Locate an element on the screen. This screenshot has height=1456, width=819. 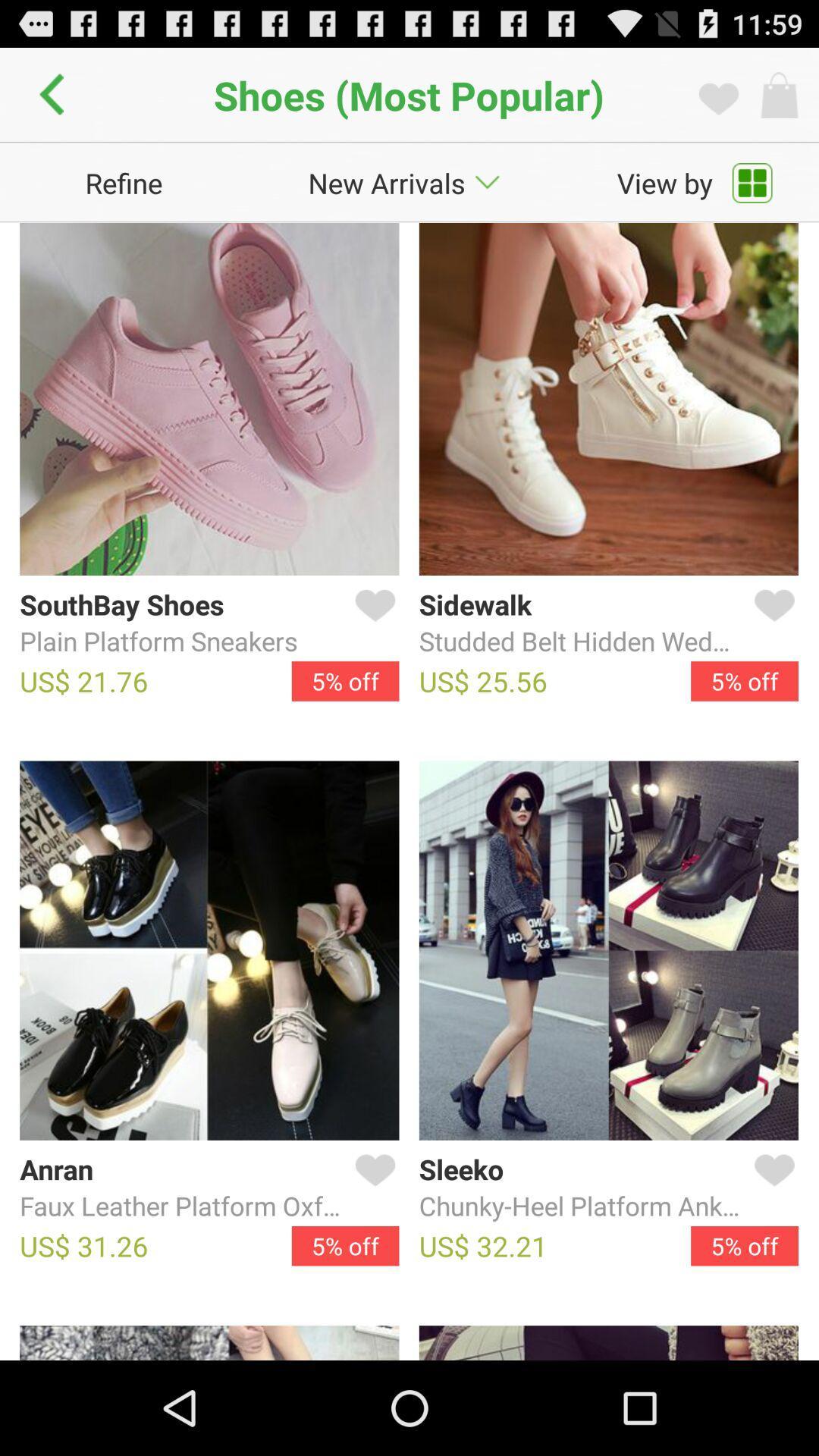
give like is located at coordinates (771, 1188).